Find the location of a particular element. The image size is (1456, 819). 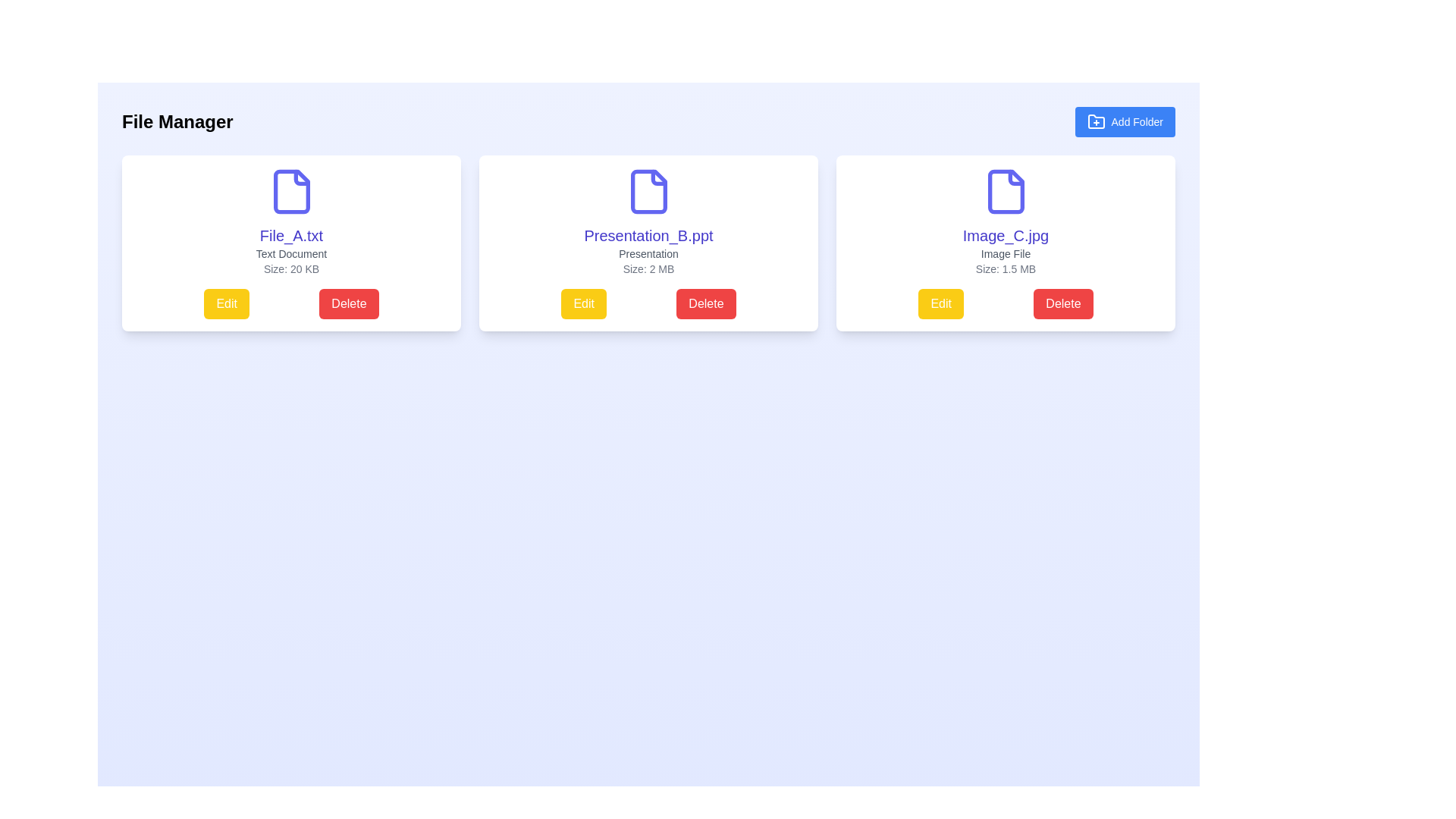

the static text label displaying the file size information for 'File_A.txt', located in the lower-center region of the card, beneath the 'Text Document' label is located at coordinates (291, 268).